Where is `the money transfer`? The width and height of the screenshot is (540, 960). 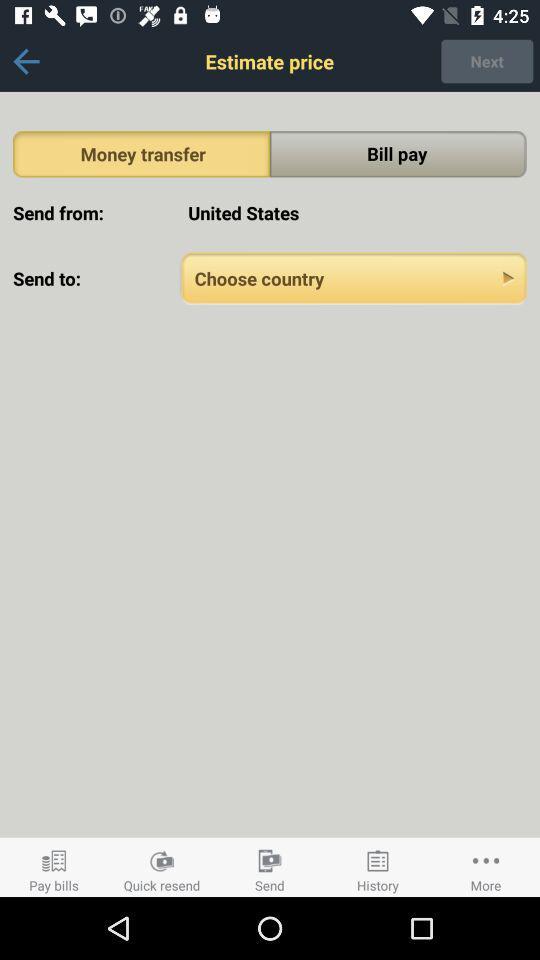
the money transfer is located at coordinates (140, 153).